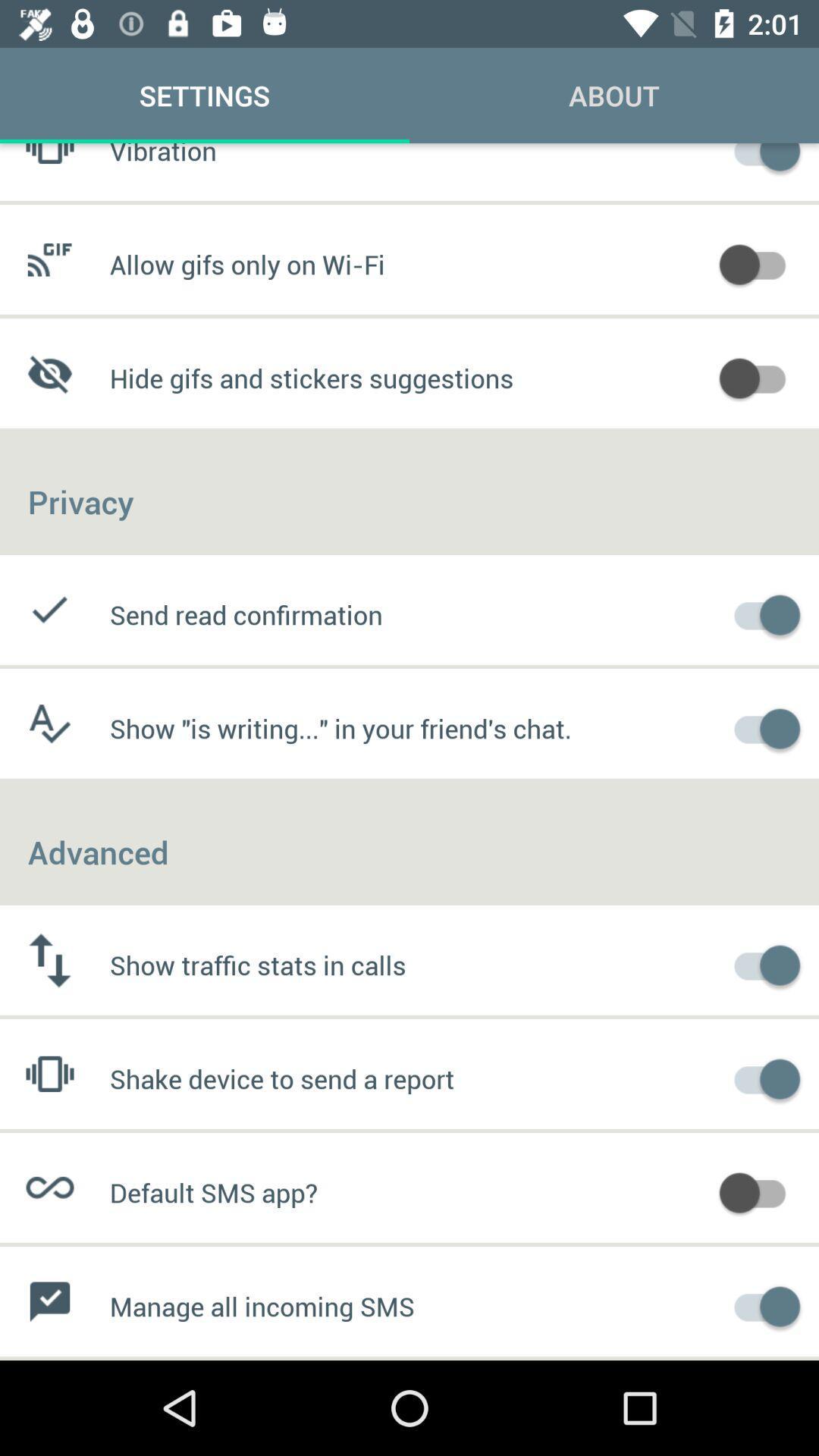 This screenshot has width=819, height=1456. What do you see at coordinates (760, 1076) in the screenshot?
I see `option` at bounding box center [760, 1076].